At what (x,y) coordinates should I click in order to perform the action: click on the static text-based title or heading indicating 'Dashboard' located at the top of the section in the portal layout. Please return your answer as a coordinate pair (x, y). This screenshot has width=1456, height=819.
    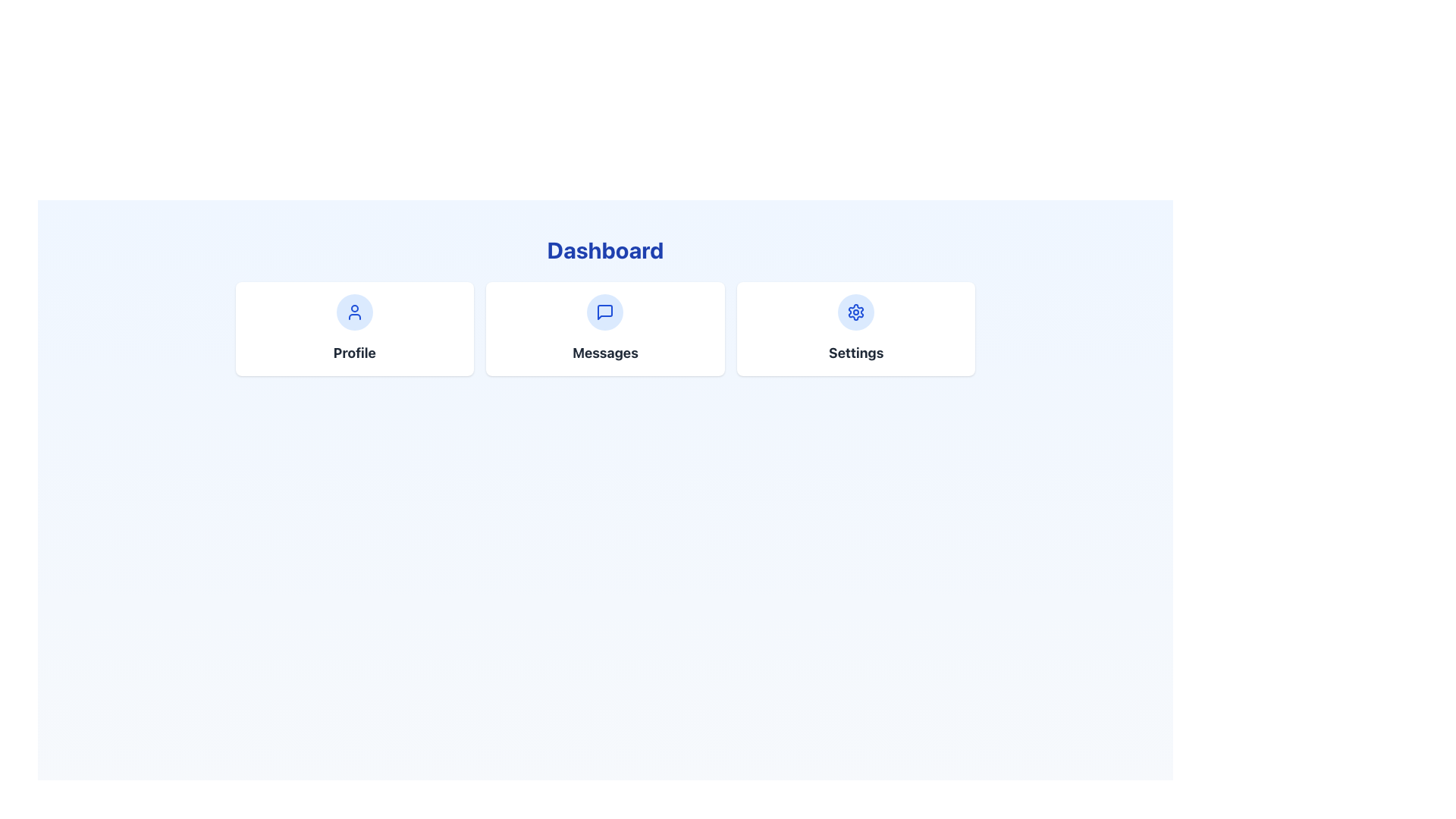
    Looking at the image, I should click on (604, 249).